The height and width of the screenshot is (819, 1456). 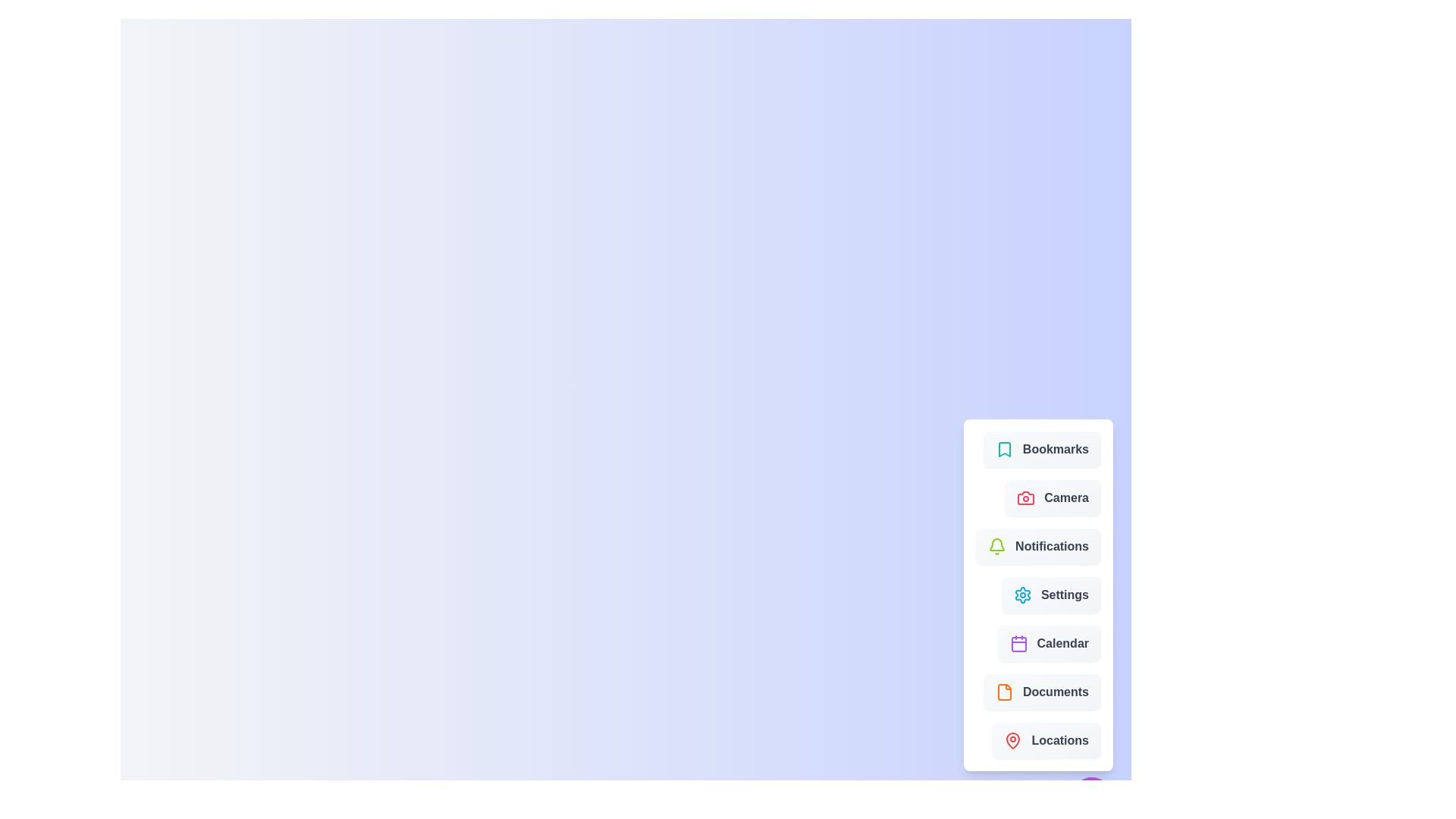 What do you see at coordinates (1040, 449) in the screenshot?
I see `the menu item labeled 'Bookmarks' to see its visual feedback` at bounding box center [1040, 449].